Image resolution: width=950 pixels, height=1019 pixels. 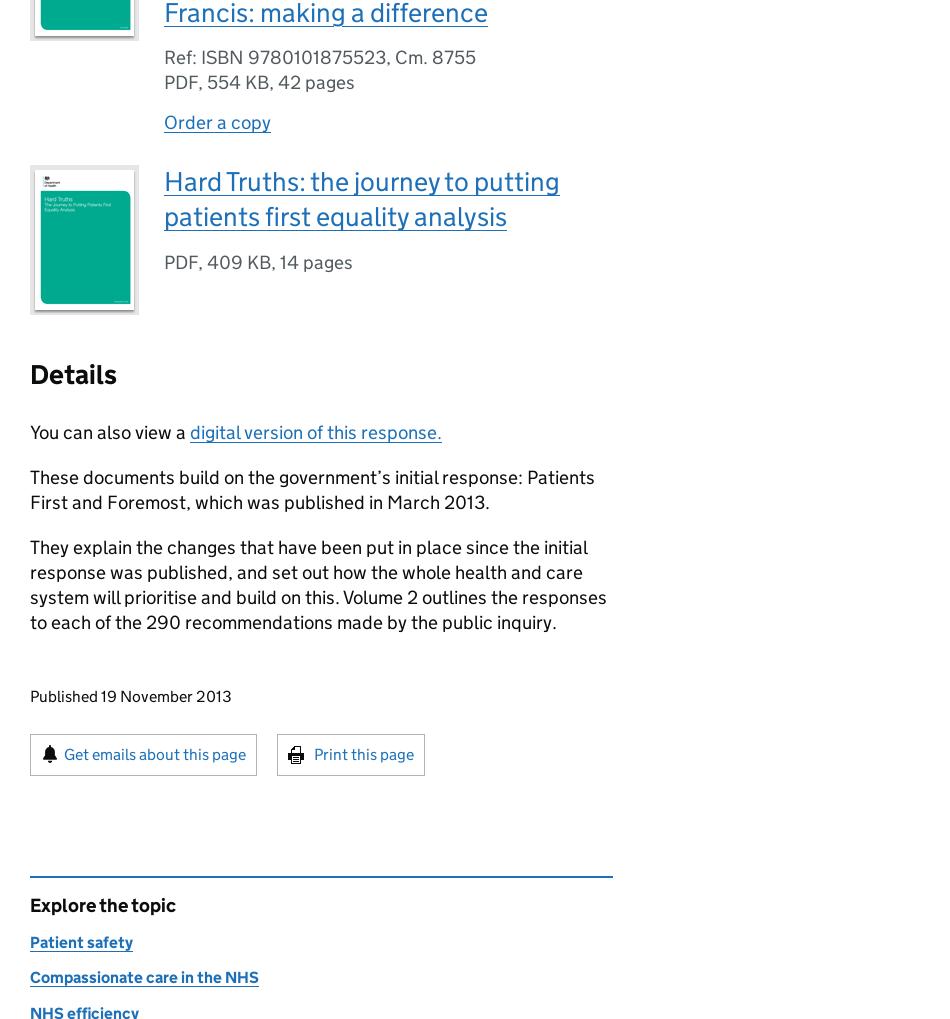 I want to click on 'Ref: ISBN 9780101875523, Cm. 8755', so click(x=318, y=57).